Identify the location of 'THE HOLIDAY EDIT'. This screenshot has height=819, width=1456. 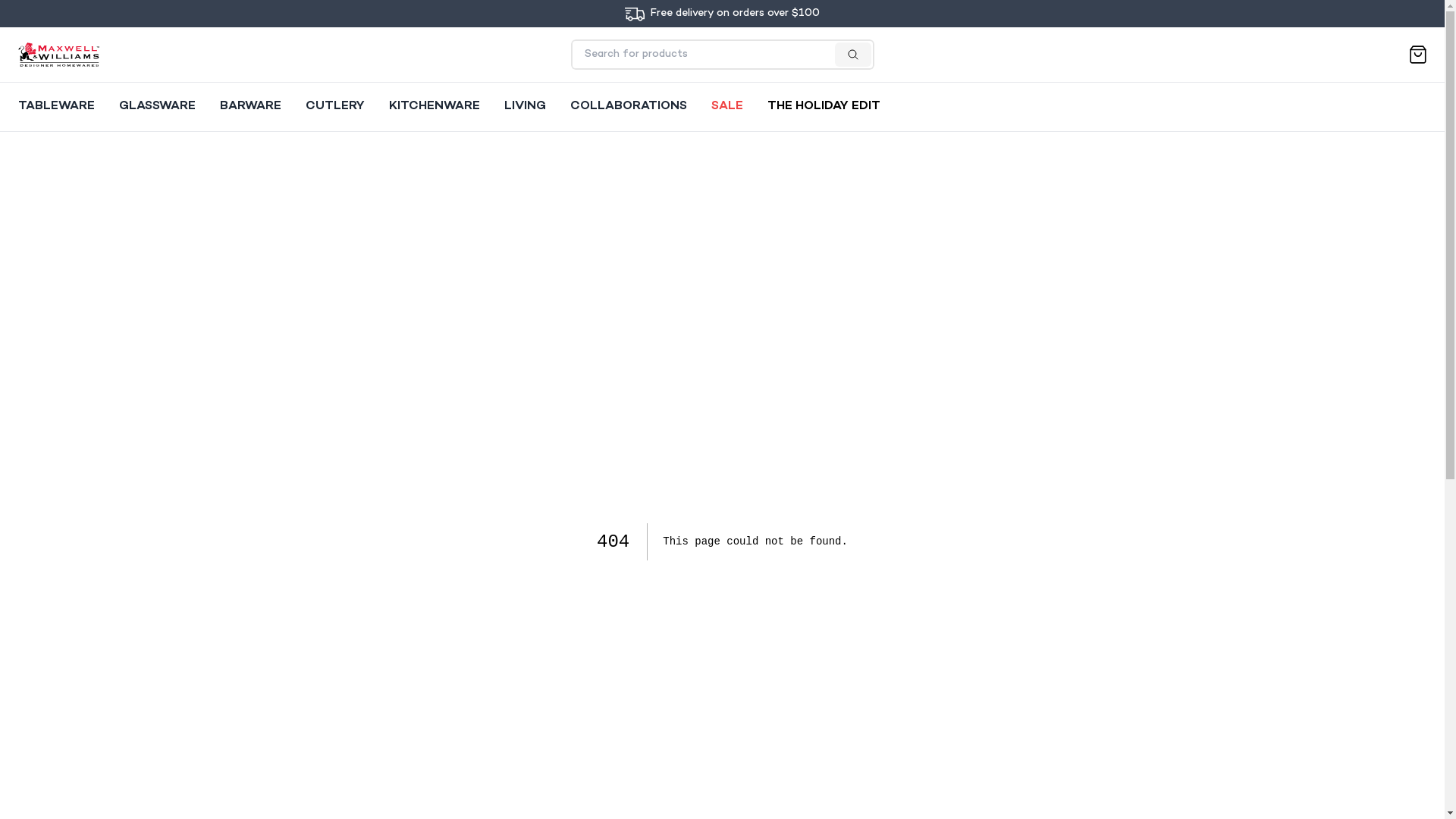
(823, 106).